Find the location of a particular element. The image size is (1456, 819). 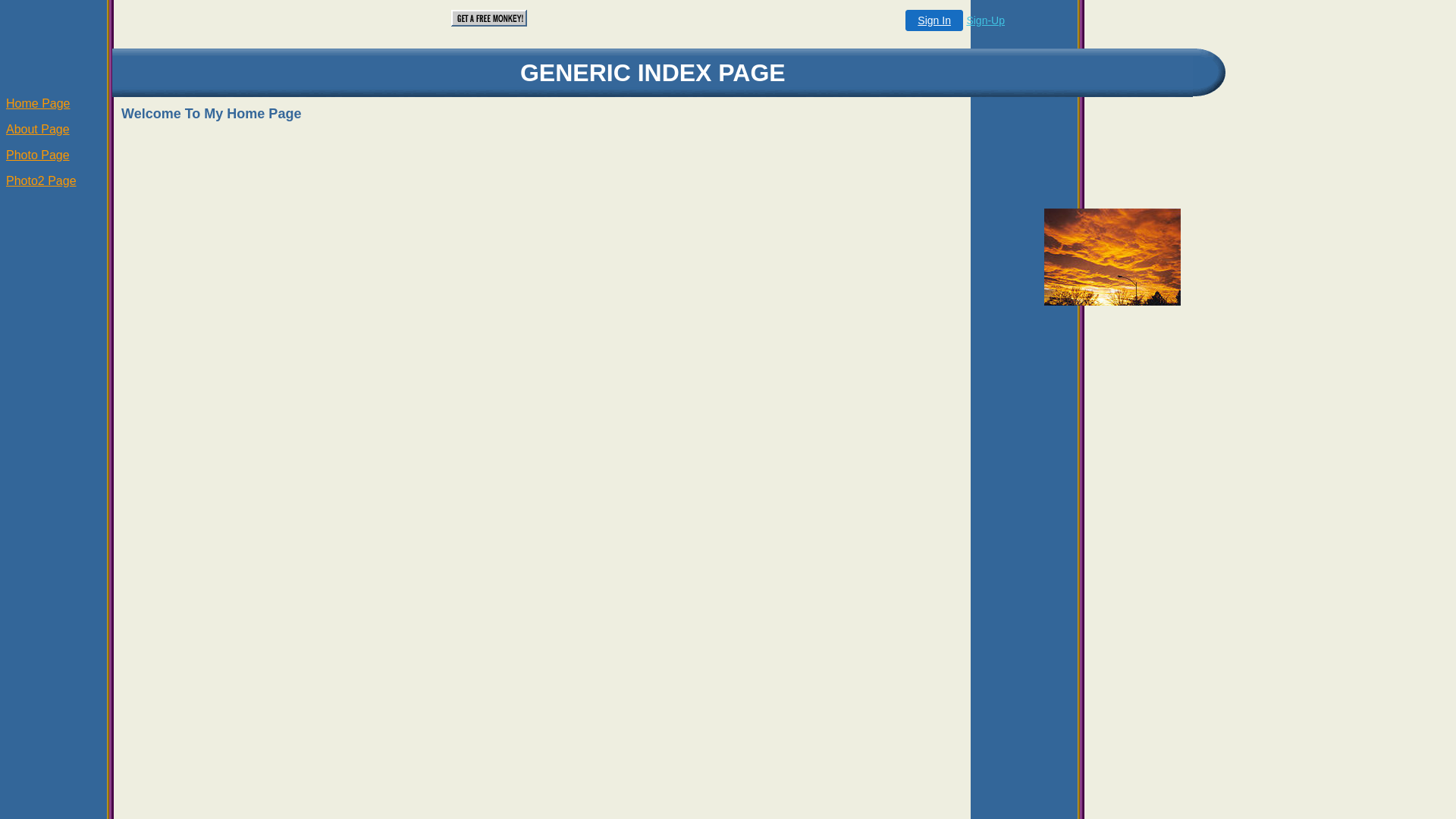

'Photo Page' is located at coordinates (37, 155).